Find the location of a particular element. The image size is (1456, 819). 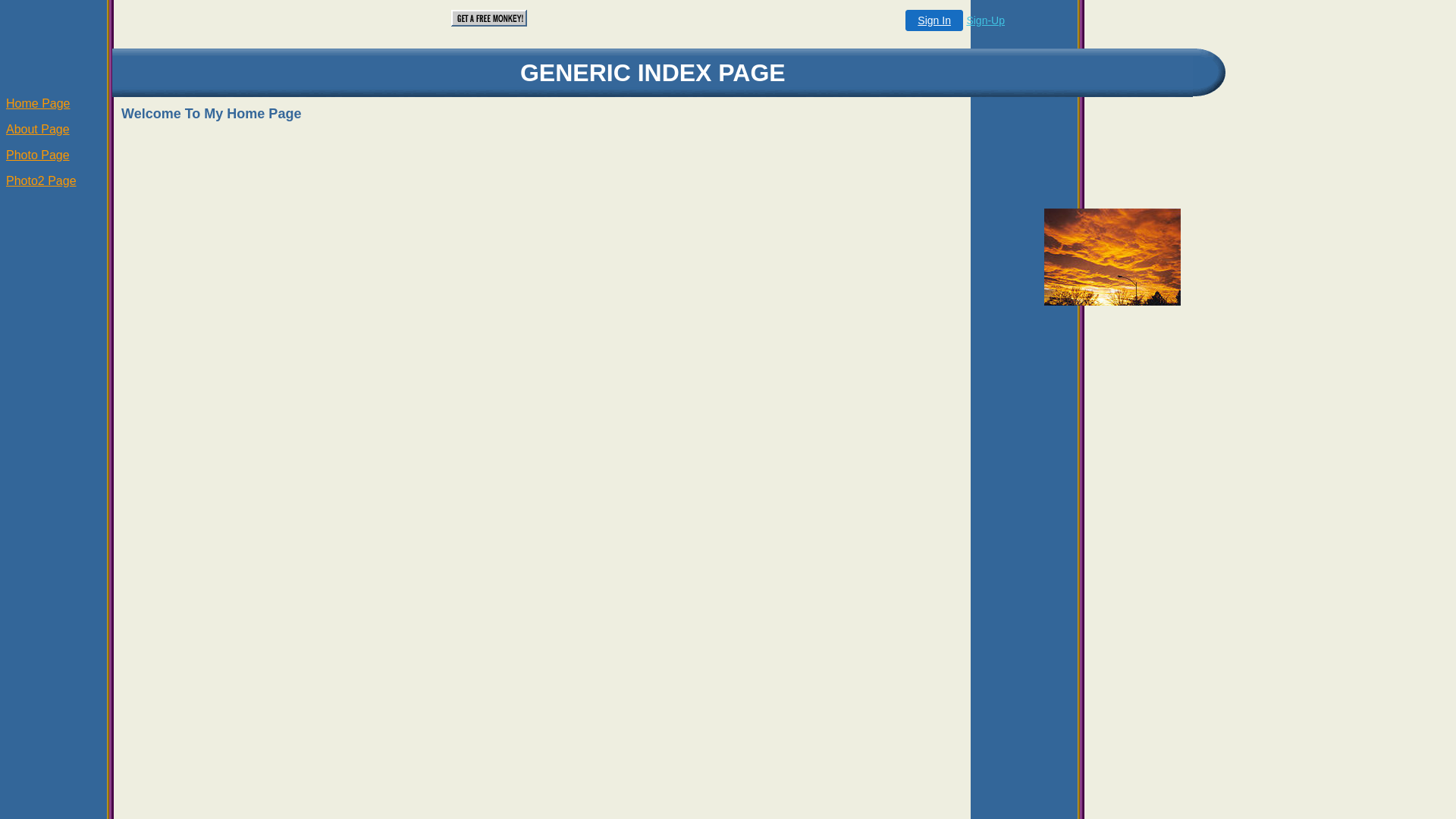

'Photo Page' is located at coordinates (37, 155).